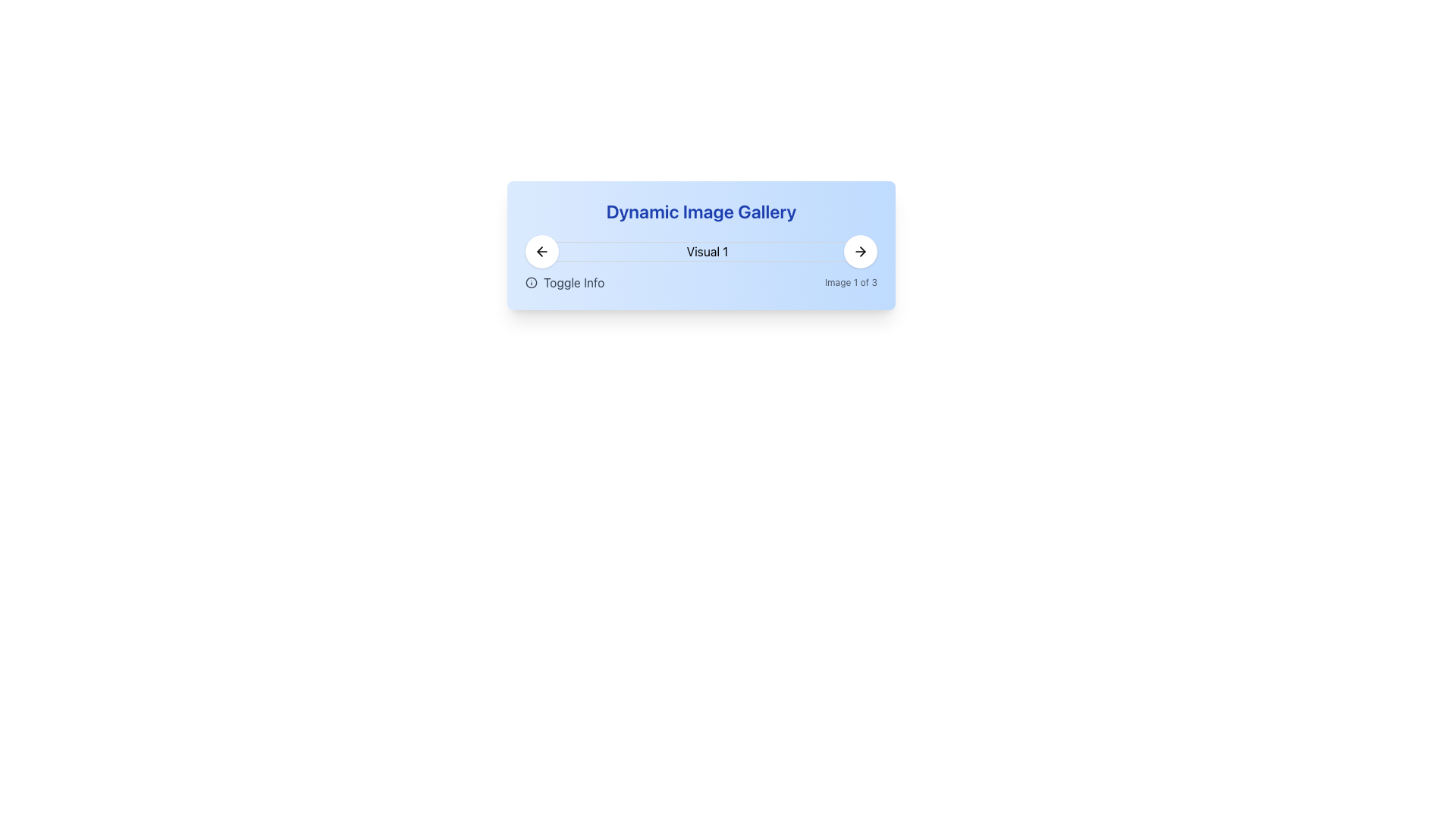 The width and height of the screenshot is (1456, 819). Describe the element at coordinates (542, 250) in the screenshot. I see `the small black arrow icon pointing to the left within the circular white button on the left side of the 'Dynamic Image Gallery' navigation bar` at that location.